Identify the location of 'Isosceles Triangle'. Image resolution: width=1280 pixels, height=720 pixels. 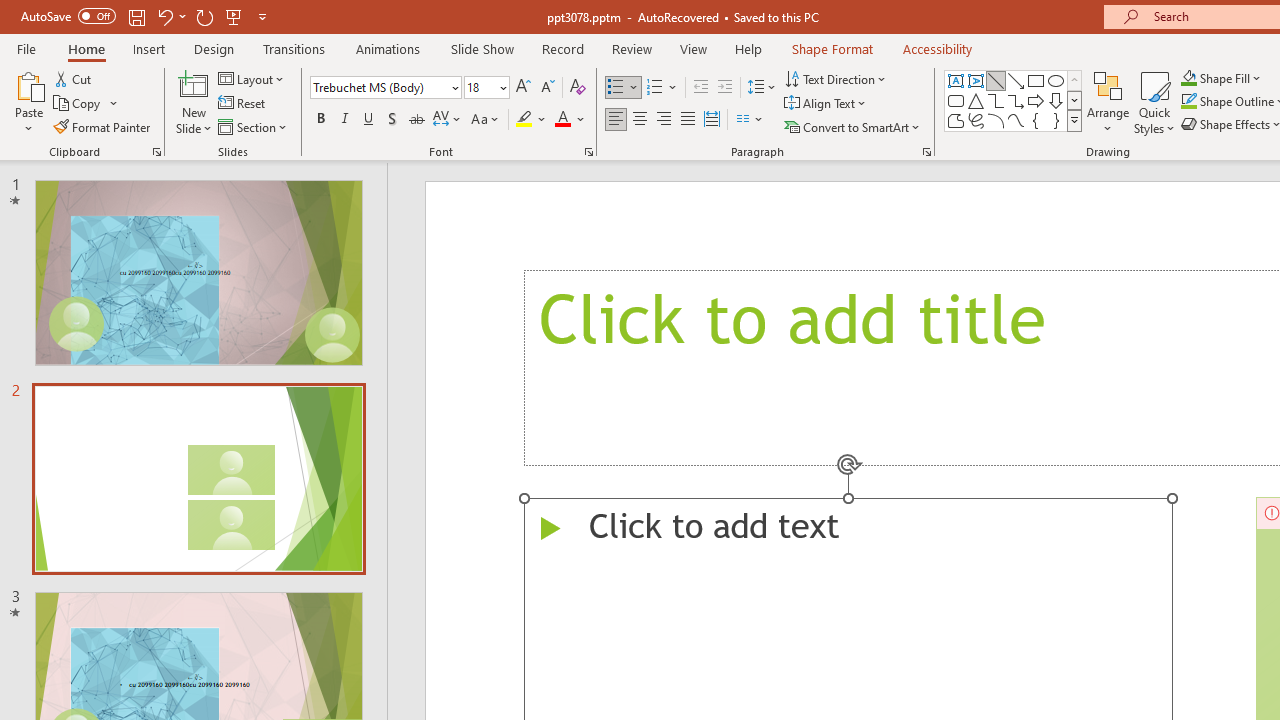
(976, 100).